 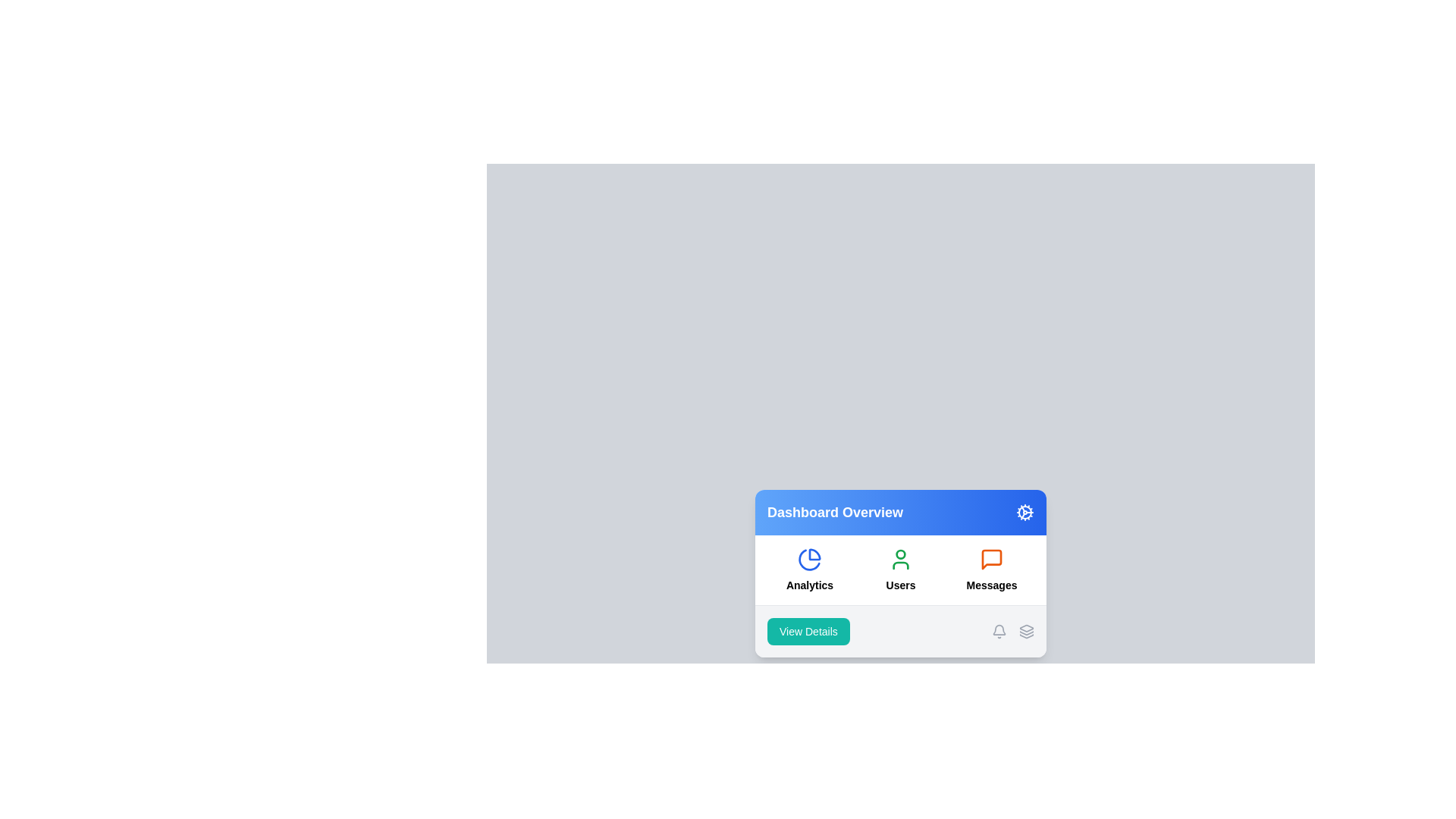 What do you see at coordinates (900, 584) in the screenshot?
I see `the Text label that indicates the section related to users, positioned below the user icon in the 'Dashboard Overview' interface card` at bounding box center [900, 584].